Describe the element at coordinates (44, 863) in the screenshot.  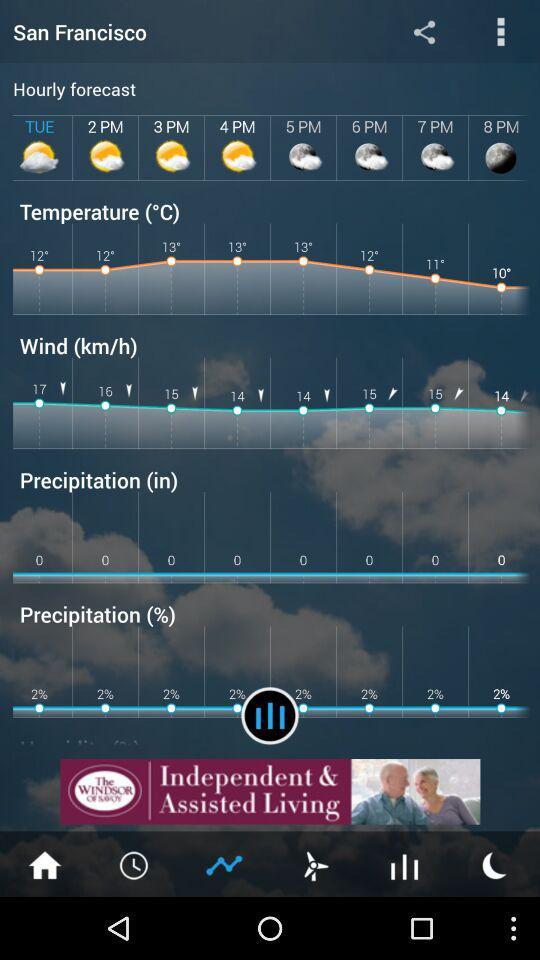
I see `home page` at that location.